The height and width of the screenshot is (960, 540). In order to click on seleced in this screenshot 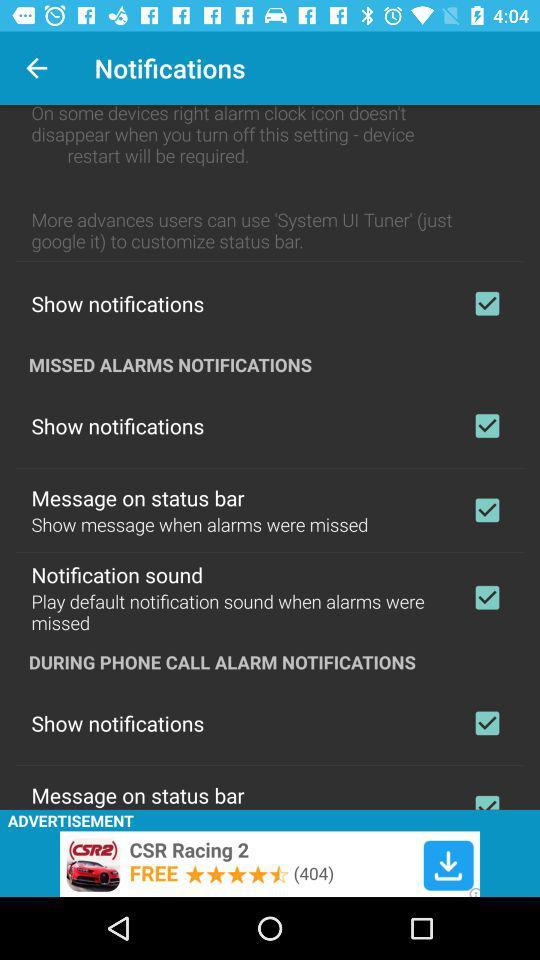, I will do `click(486, 597)`.